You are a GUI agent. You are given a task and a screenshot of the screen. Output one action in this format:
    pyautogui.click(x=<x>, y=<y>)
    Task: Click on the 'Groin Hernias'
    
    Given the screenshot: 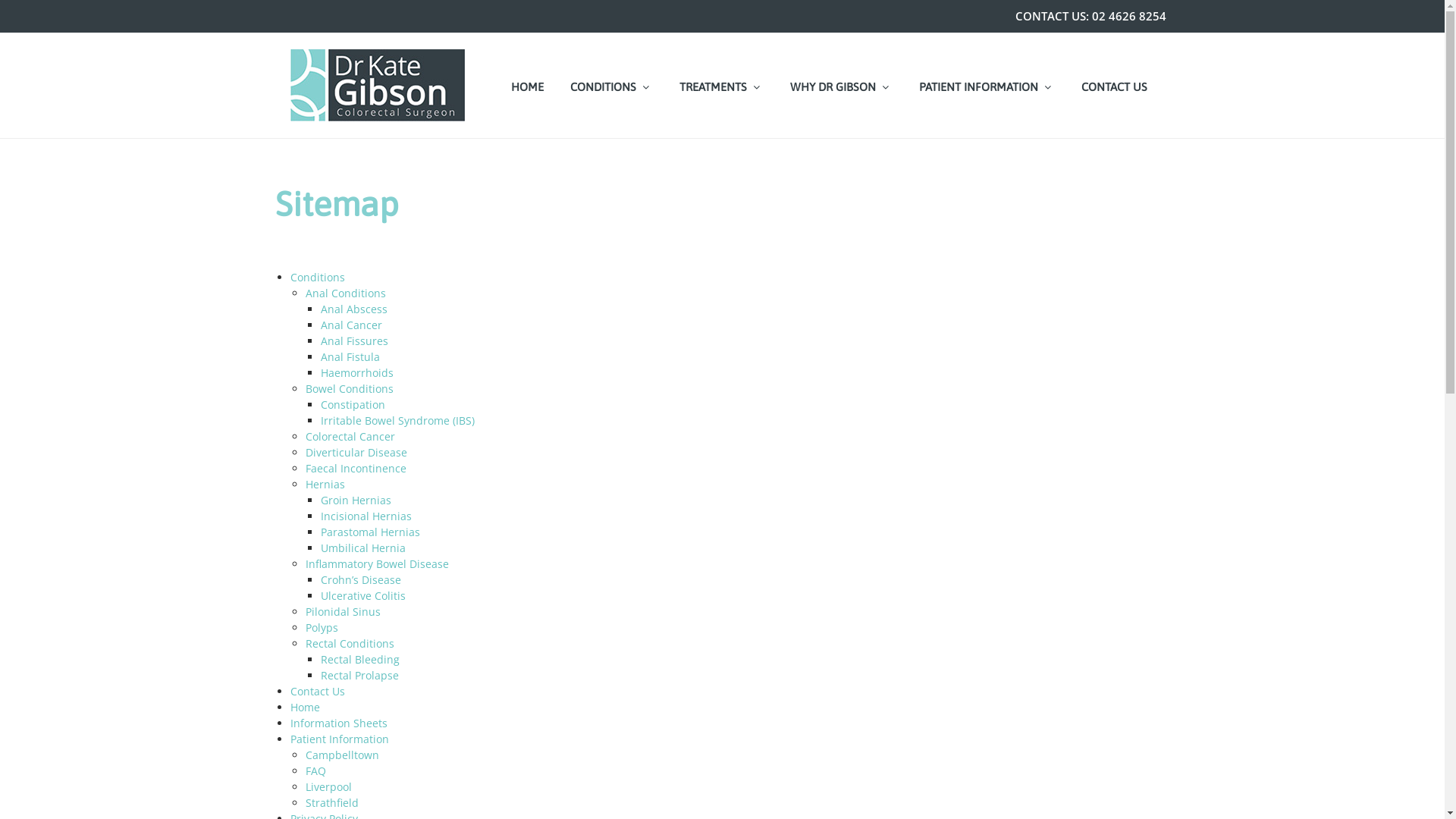 What is the action you would take?
    pyautogui.click(x=354, y=500)
    